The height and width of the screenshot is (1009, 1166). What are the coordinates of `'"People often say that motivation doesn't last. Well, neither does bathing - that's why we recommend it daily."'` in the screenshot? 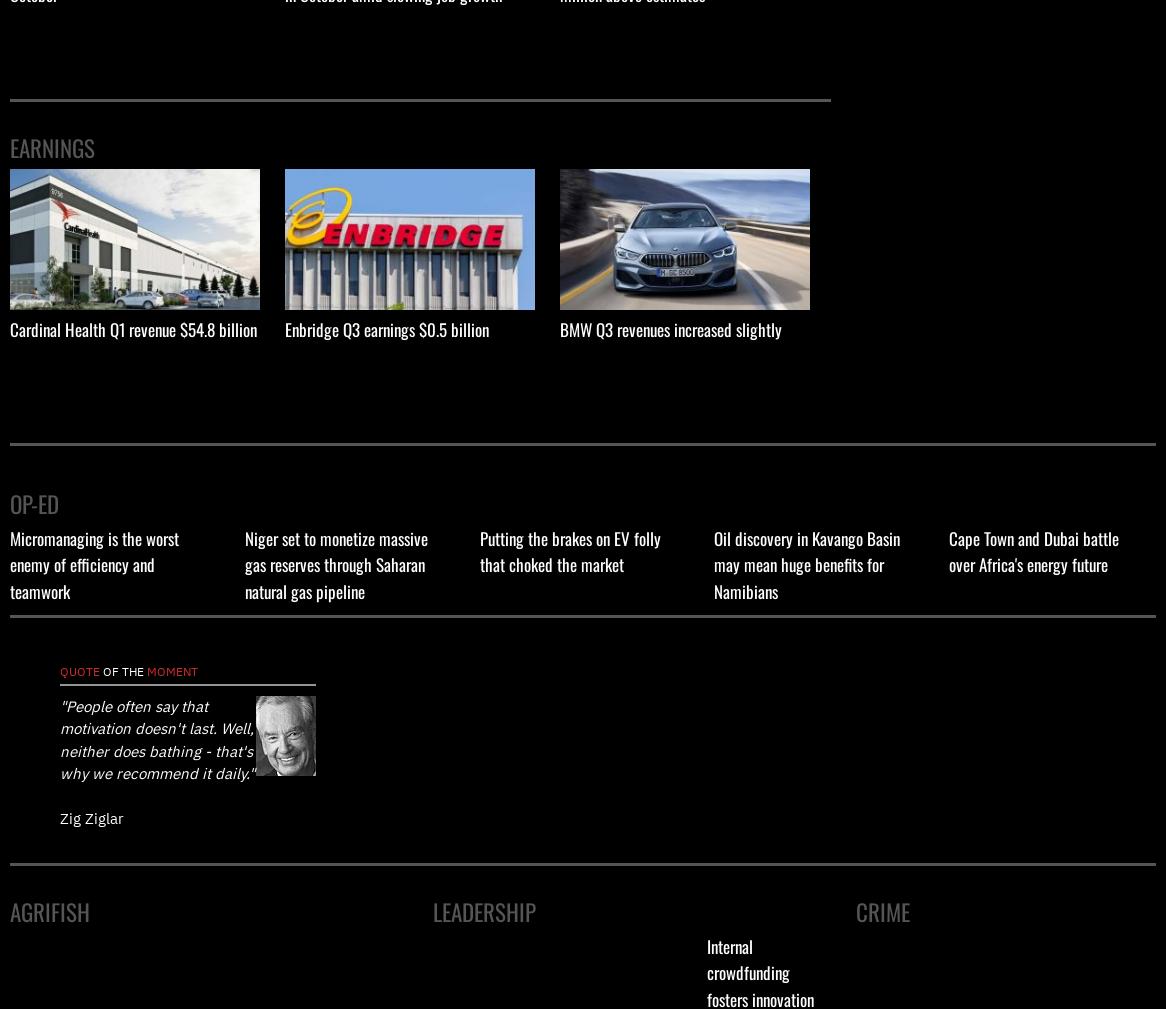 It's located at (157, 739).